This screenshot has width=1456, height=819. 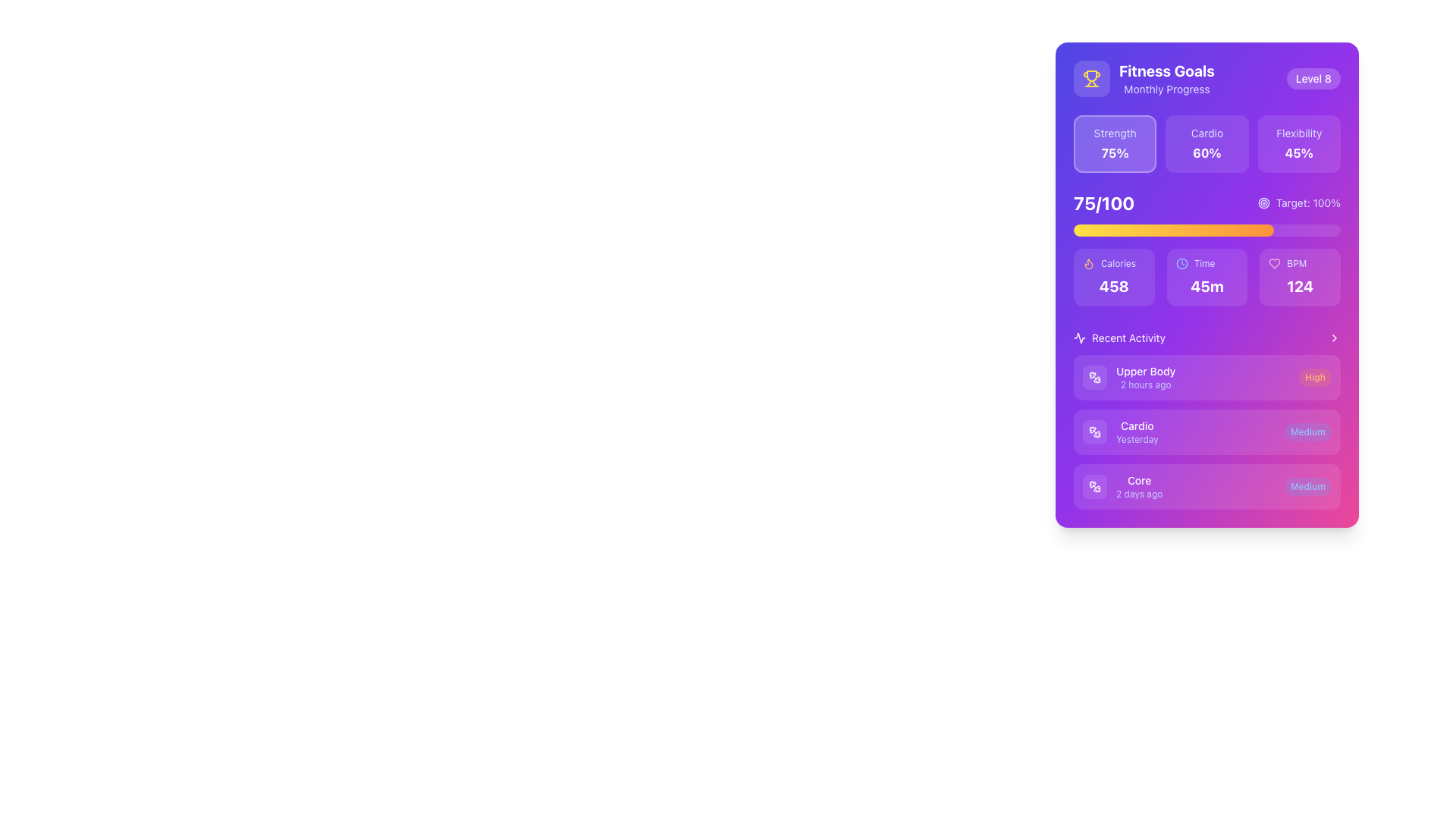 I want to click on the Section Header, which introduces the section discussing recent activities, so click(x=1119, y=337).